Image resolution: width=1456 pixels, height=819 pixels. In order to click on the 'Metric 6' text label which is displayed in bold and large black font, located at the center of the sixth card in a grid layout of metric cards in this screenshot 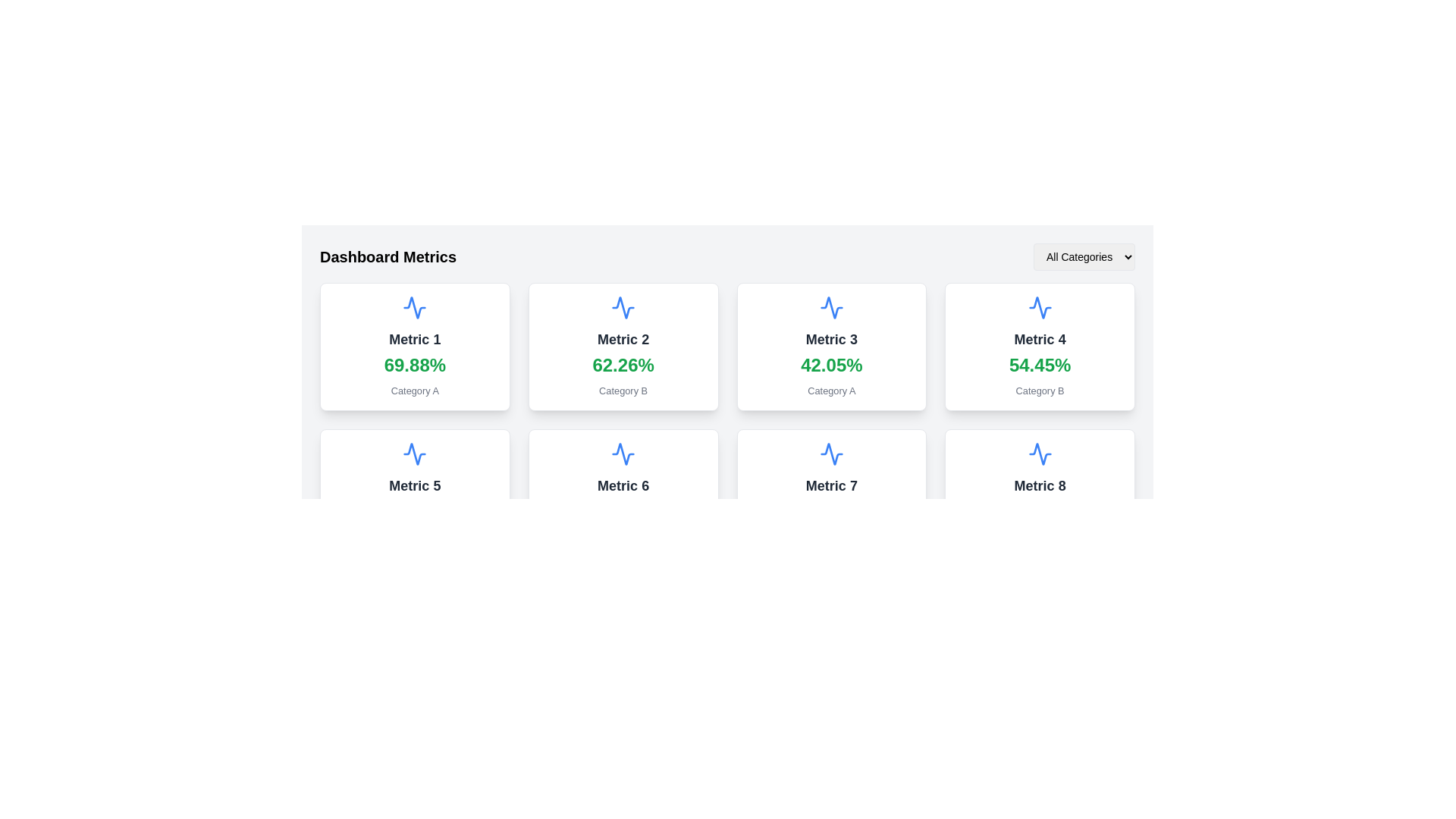, I will do `click(623, 486)`.